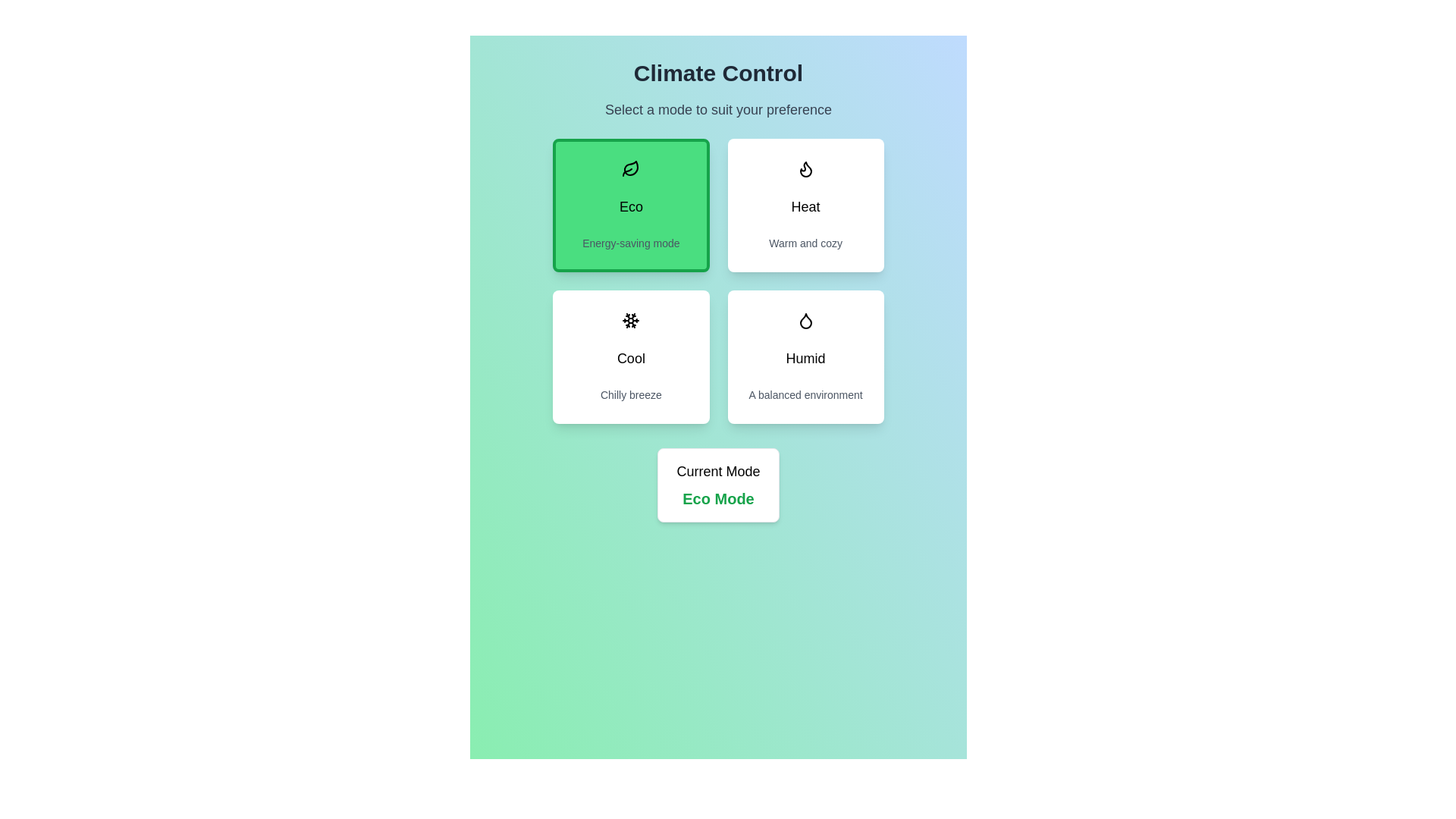 This screenshot has width=1456, height=819. Describe the element at coordinates (805, 205) in the screenshot. I see `the mode Heat by clicking on the respective button` at that location.